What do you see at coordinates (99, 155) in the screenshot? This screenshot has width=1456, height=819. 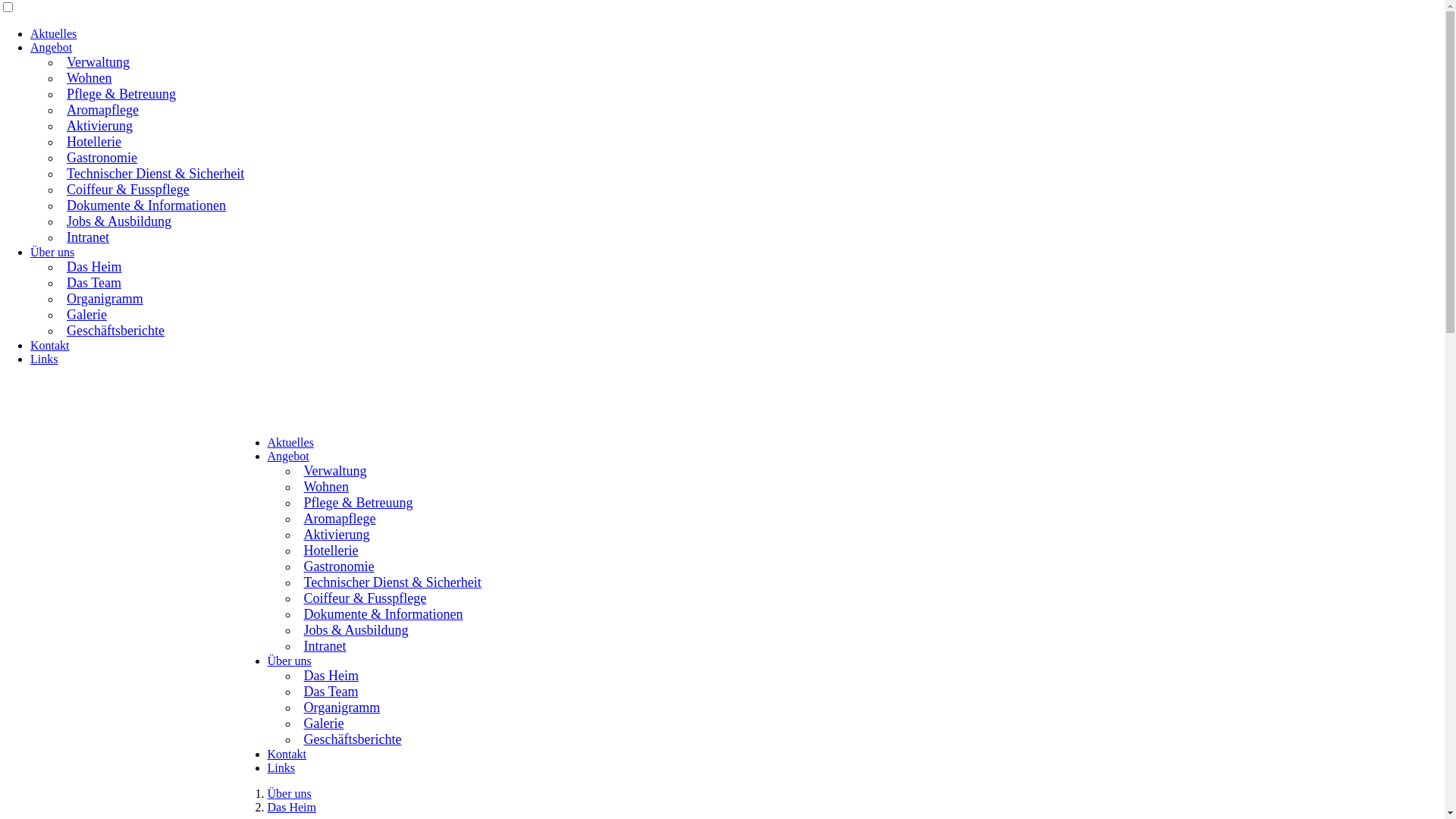 I see `'Gastronomie'` at bounding box center [99, 155].